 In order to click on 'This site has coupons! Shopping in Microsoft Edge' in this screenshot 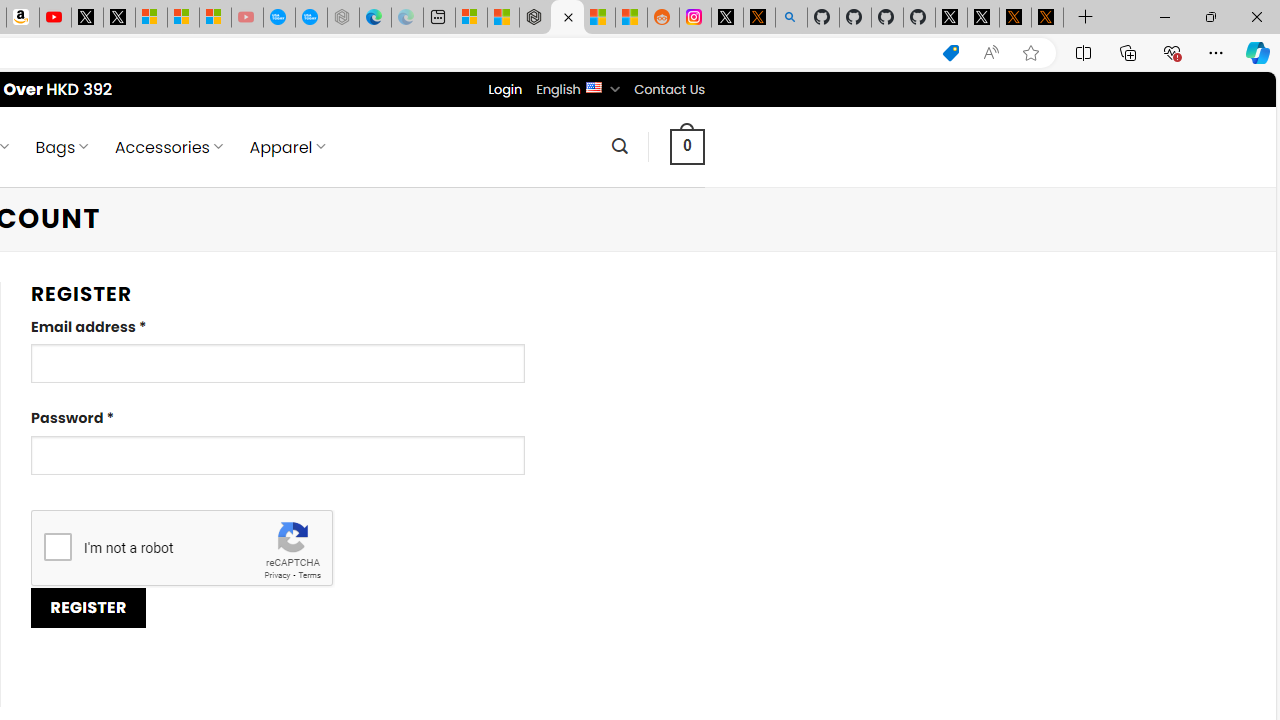, I will do `click(950, 52)`.